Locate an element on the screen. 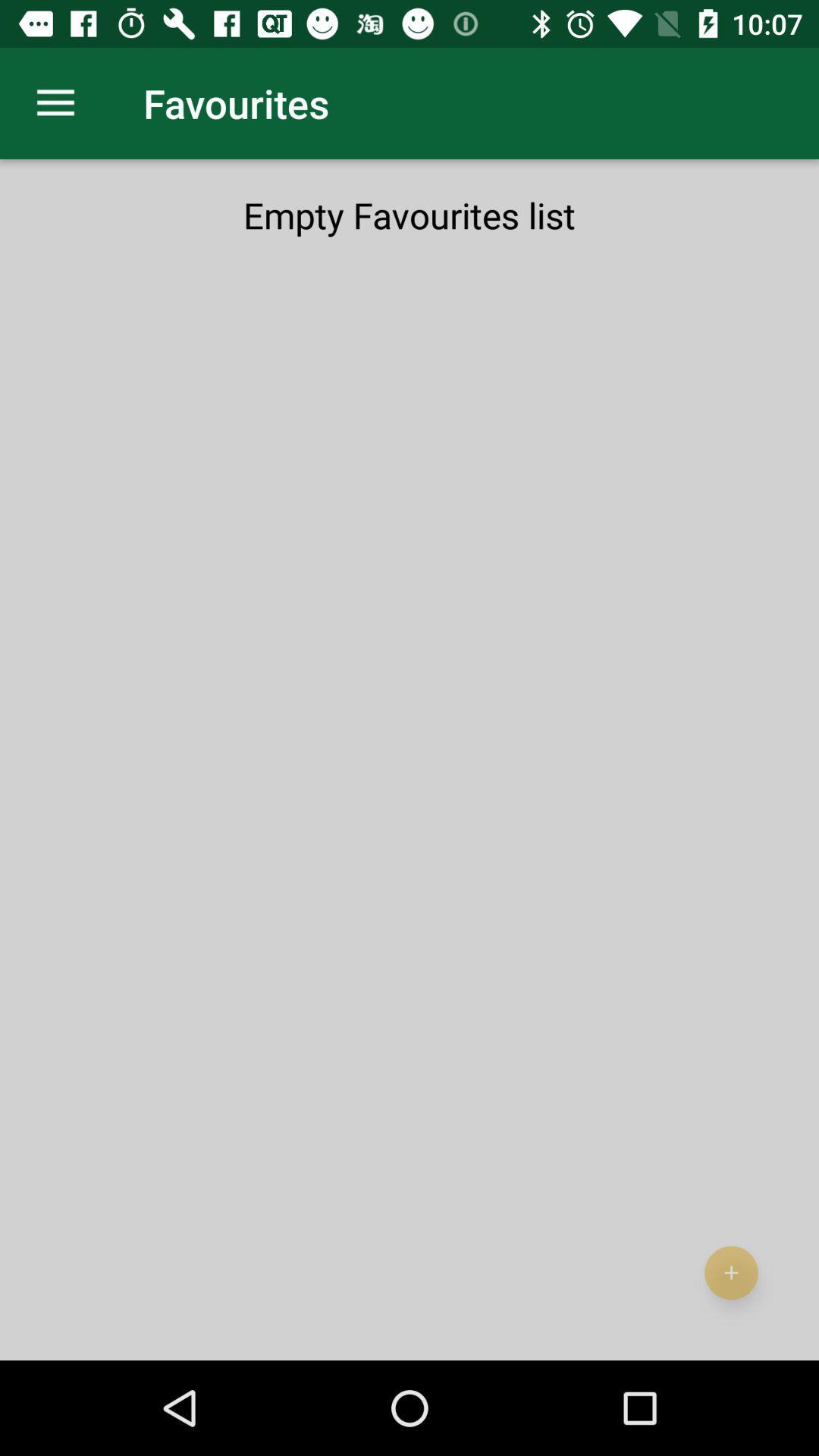 Image resolution: width=819 pixels, height=1456 pixels. item above empty favourites list is located at coordinates (55, 102).